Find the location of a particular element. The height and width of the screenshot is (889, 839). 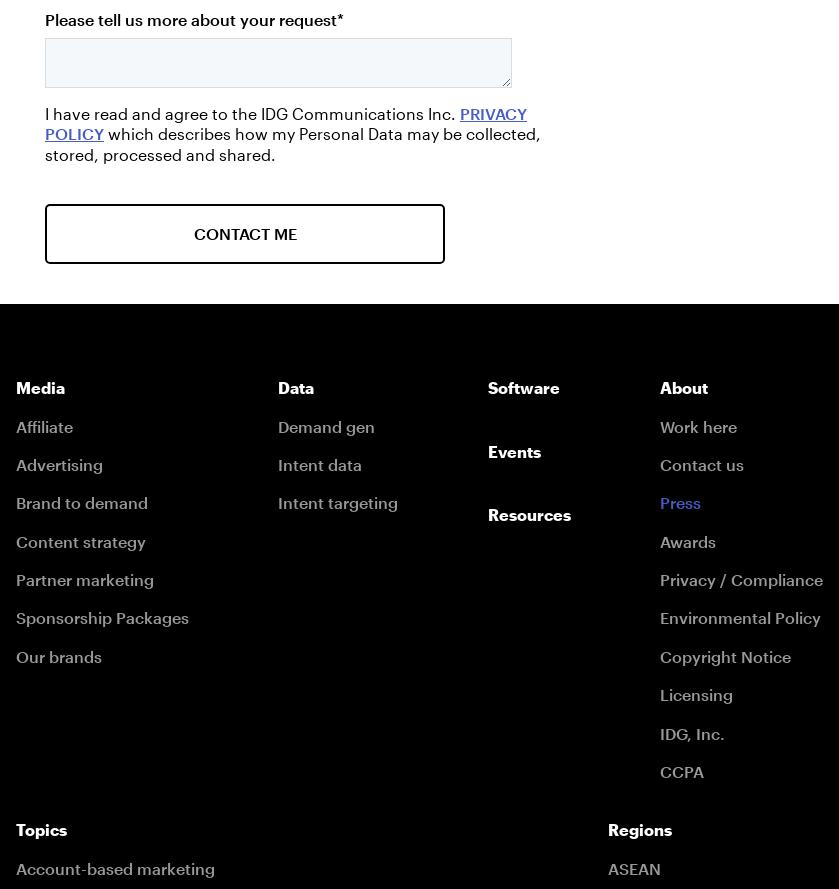

'Our brands' is located at coordinates (58, 655).